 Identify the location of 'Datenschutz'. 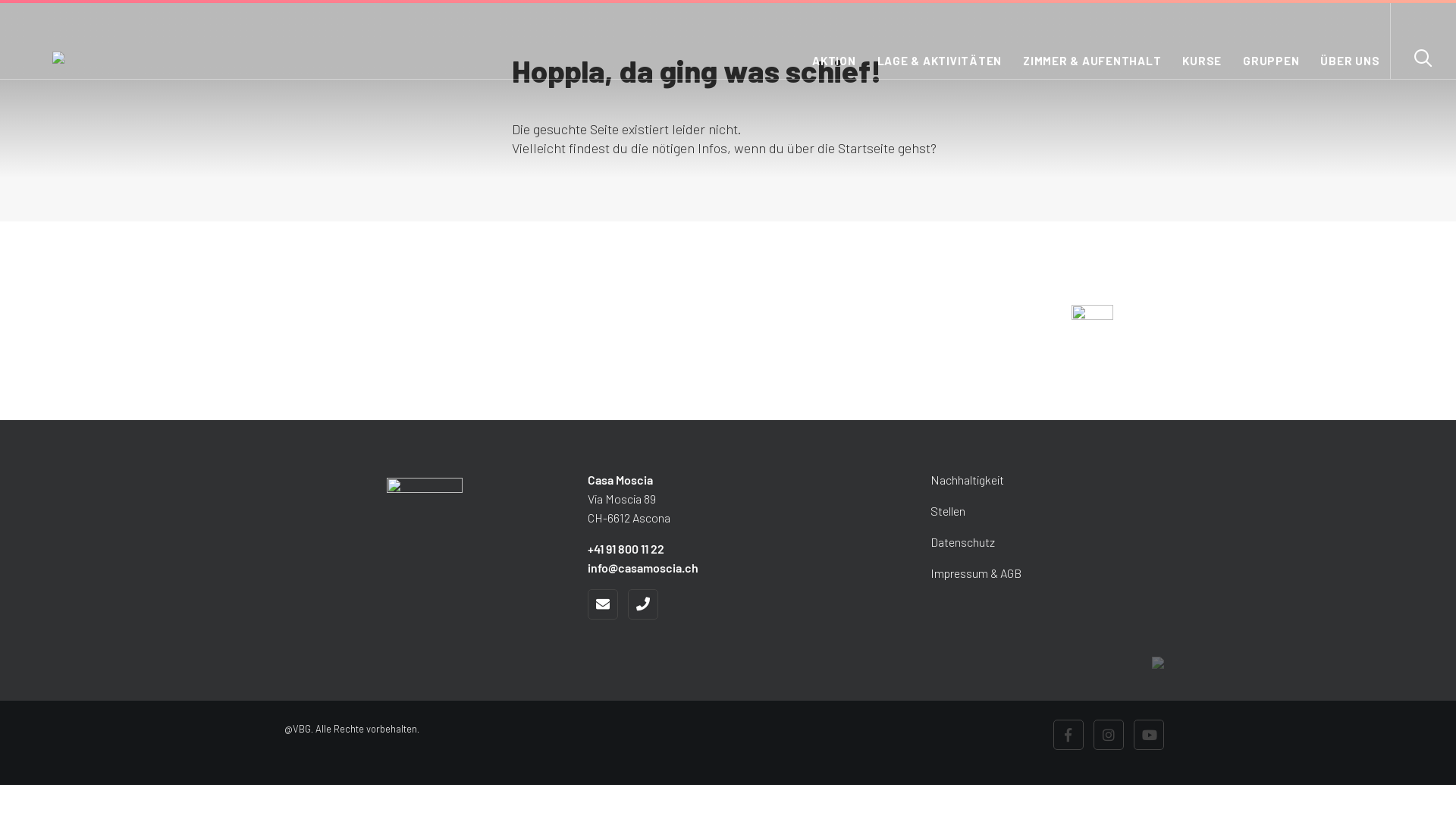
(891, 541).